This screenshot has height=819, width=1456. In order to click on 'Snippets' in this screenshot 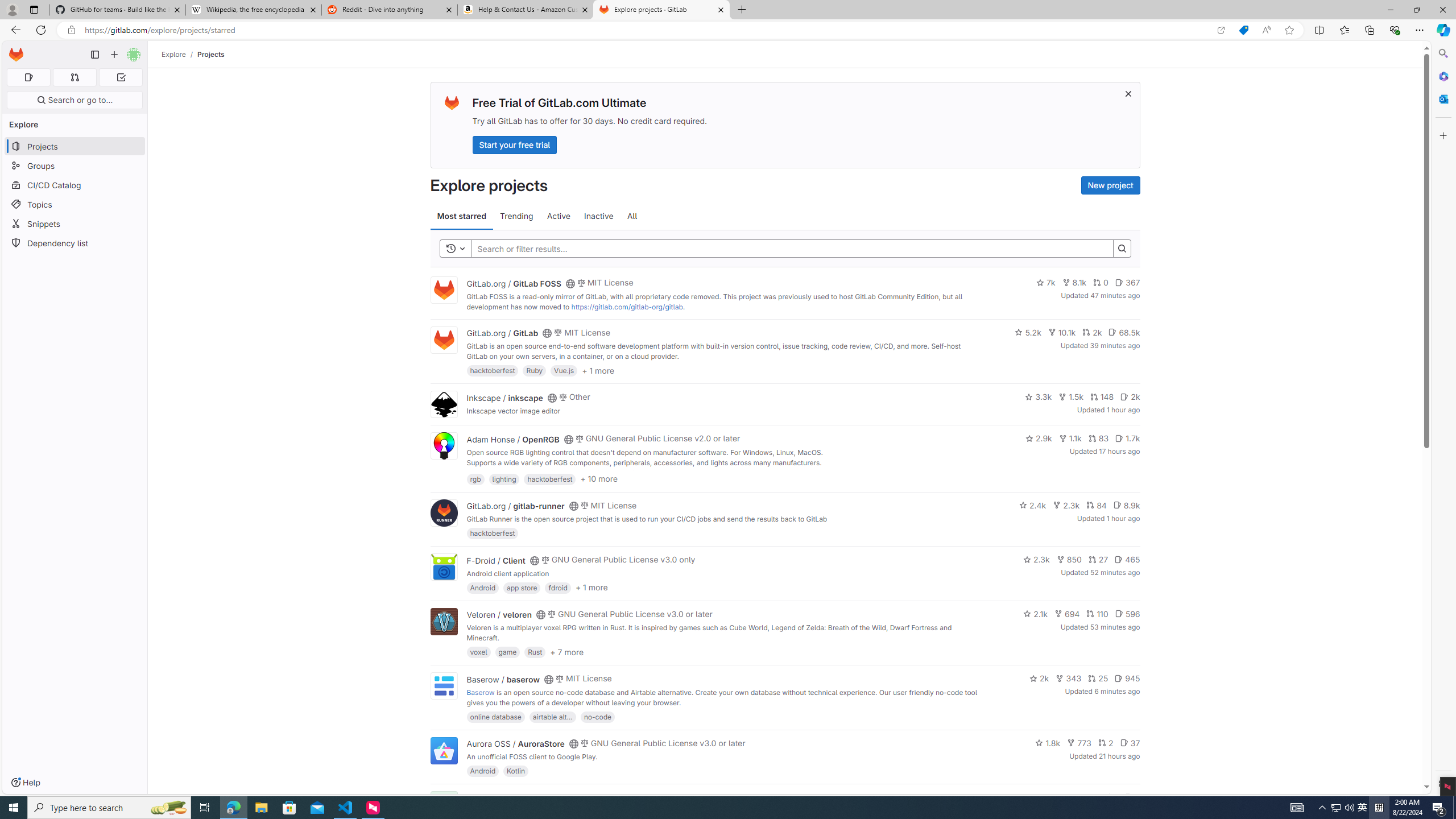, I will do `click(74, 223)`.